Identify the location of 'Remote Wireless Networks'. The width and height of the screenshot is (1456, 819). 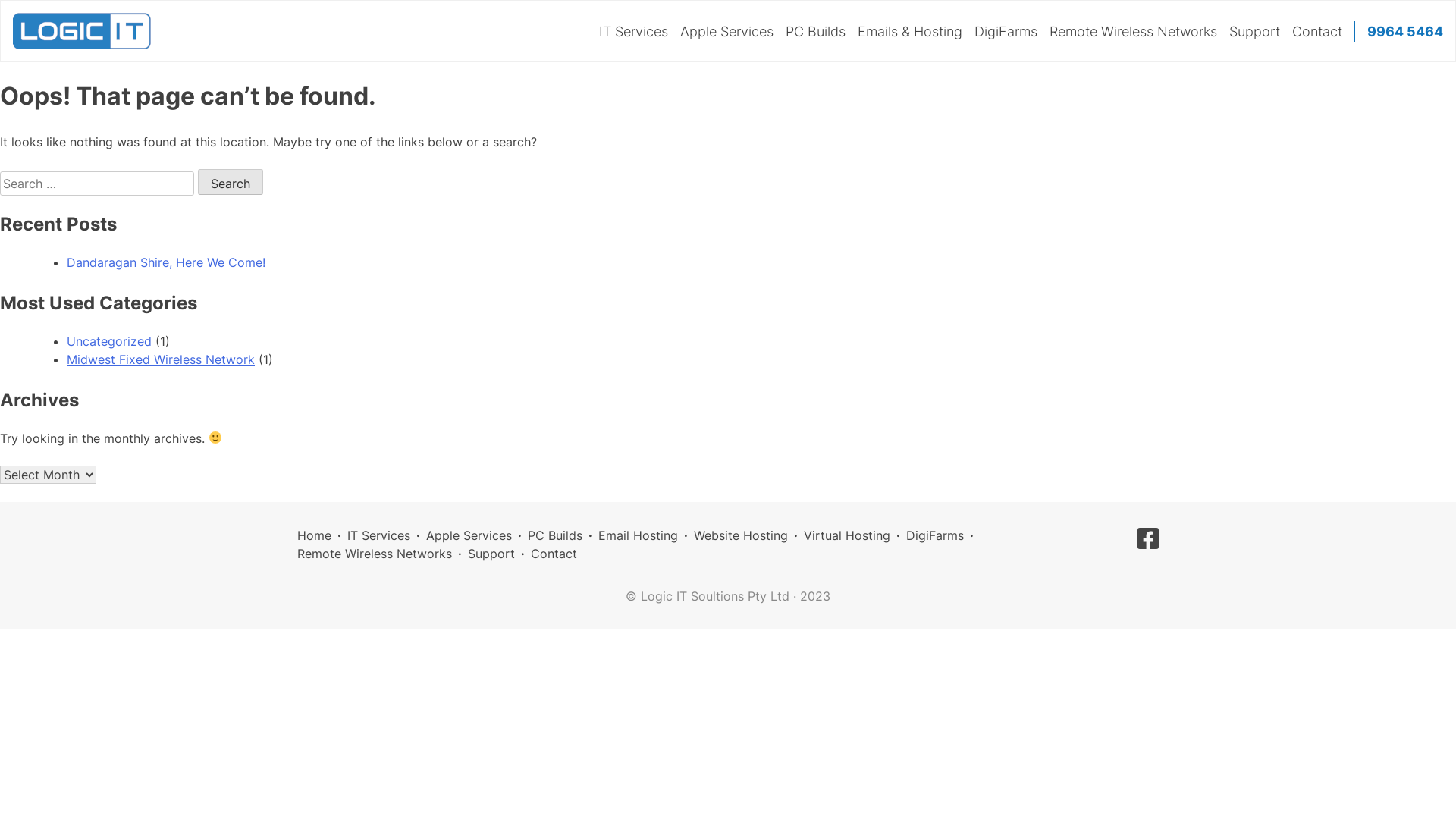
(375, 553).